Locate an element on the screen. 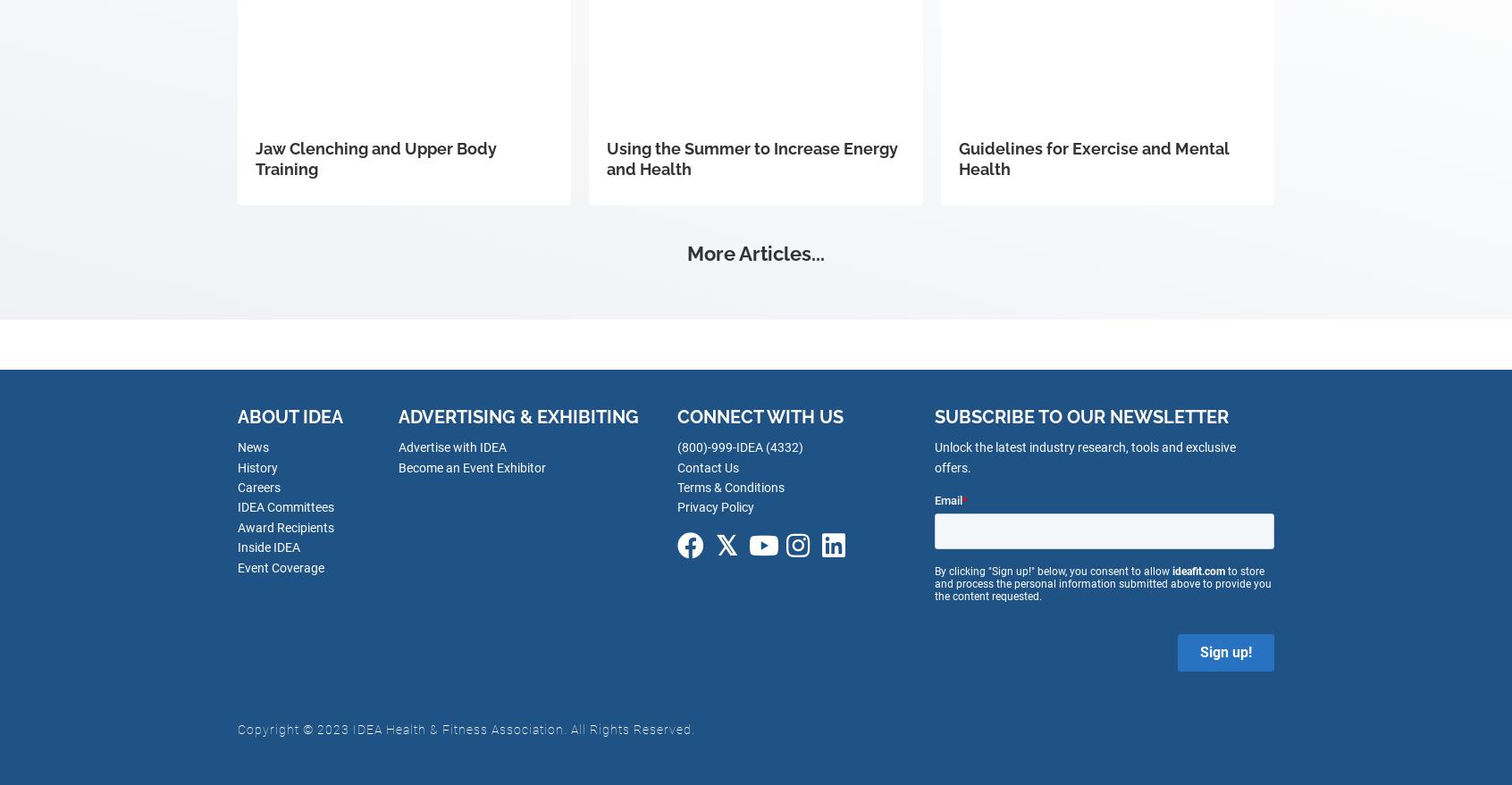 The width and height of the screenshot is (1512, 785). 'Advertise with IDEA' is located at coordinates (451, 447).